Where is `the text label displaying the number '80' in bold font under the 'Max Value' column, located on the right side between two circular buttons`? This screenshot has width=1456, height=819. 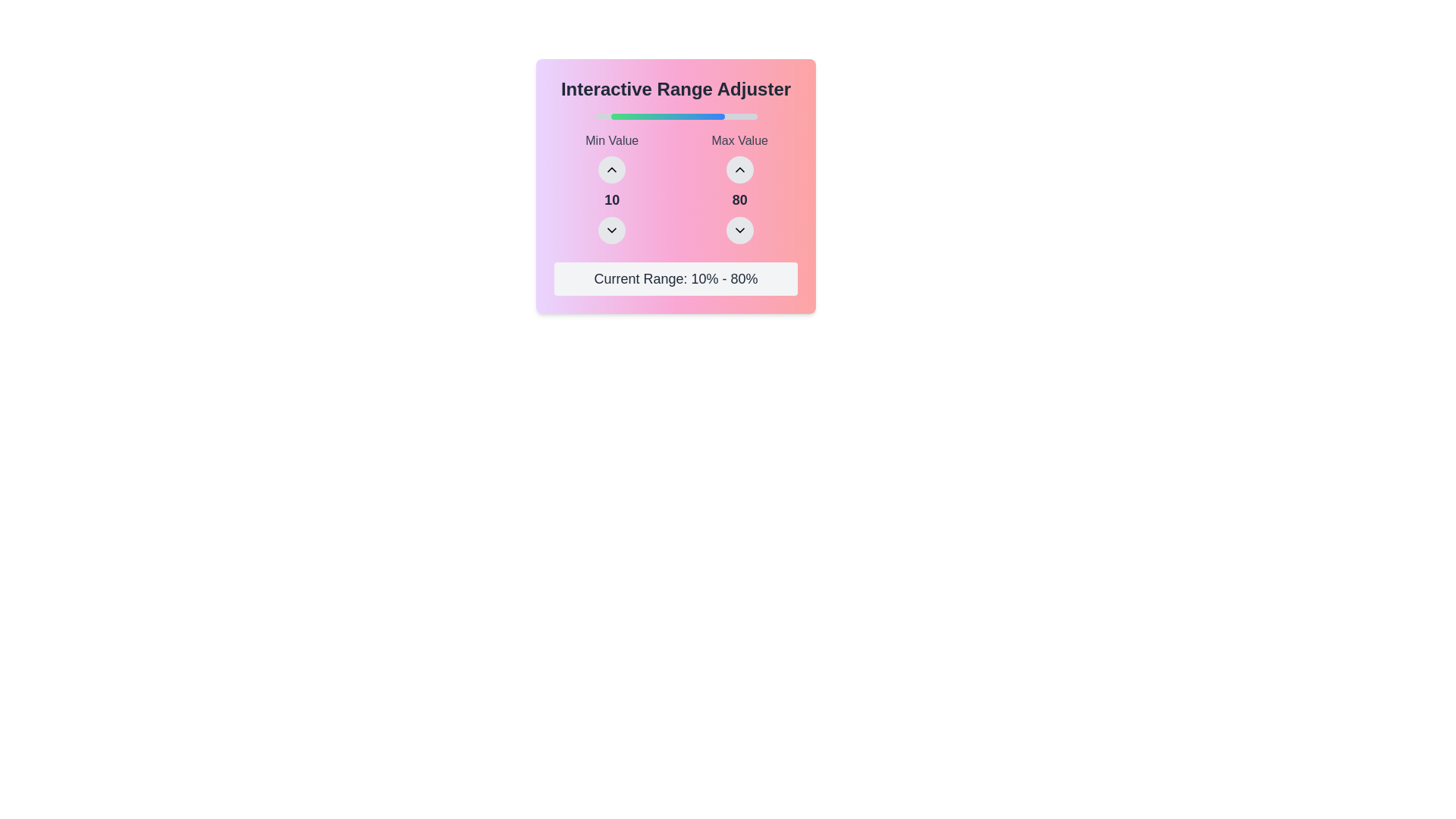
the text label displaying the number '80' in bold font under the 'Max Value' column, located on the right side between two circular buttons is located at coordinates (739, 199).